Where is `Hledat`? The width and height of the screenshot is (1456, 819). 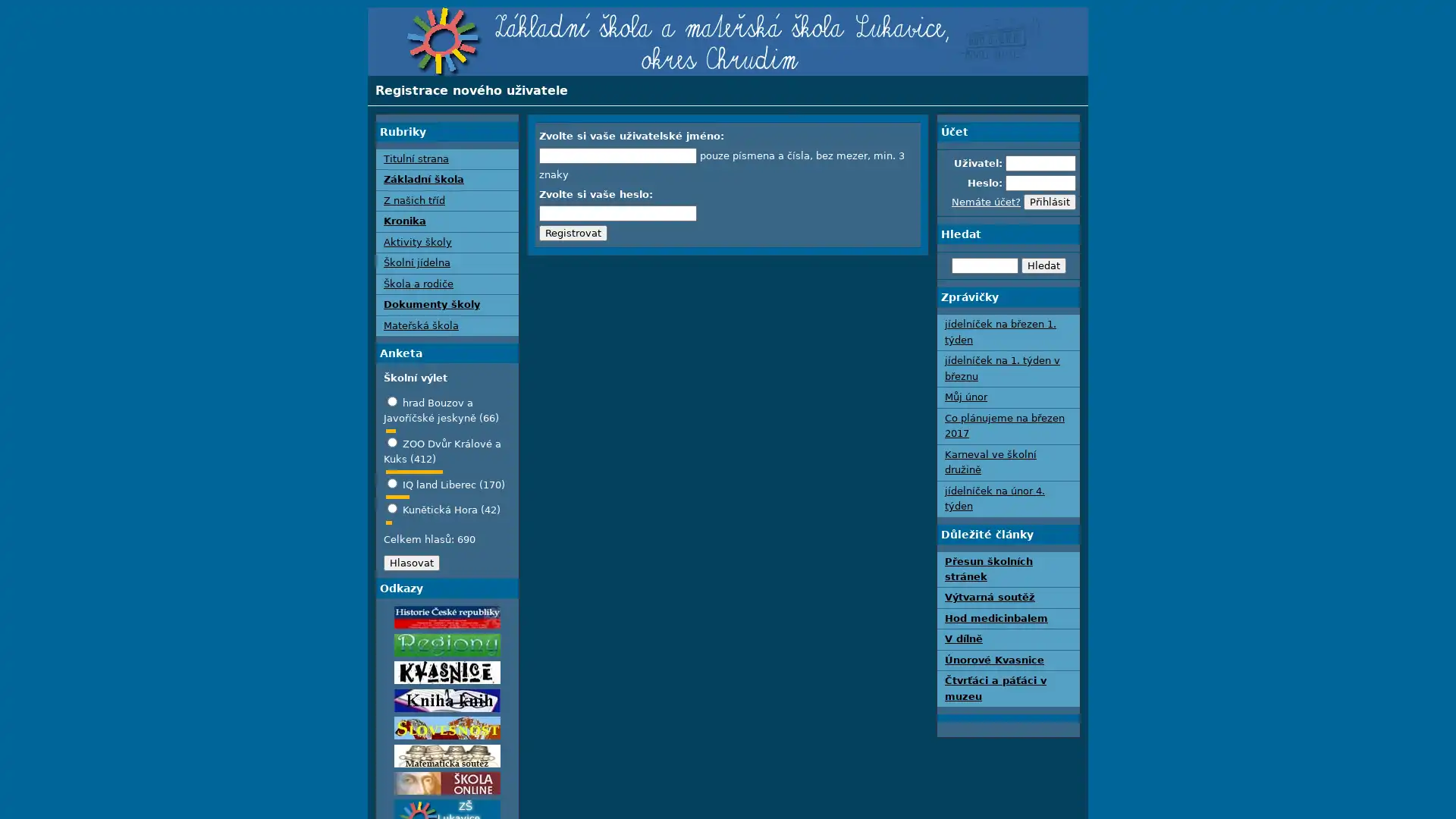 Hledat is located at coordinates (1042, 264).